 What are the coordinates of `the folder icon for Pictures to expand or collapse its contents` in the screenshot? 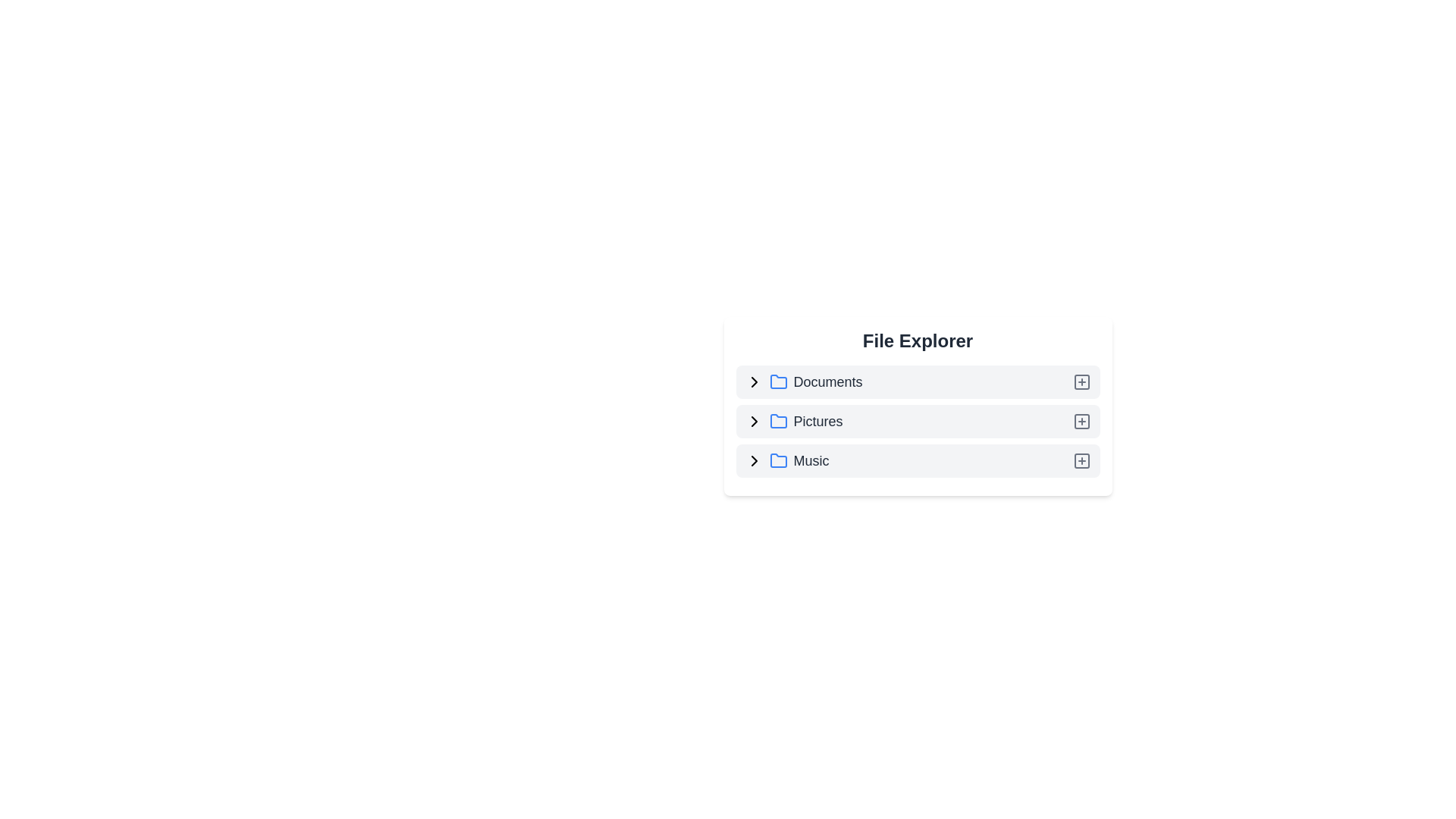 It's located at (778, 421).